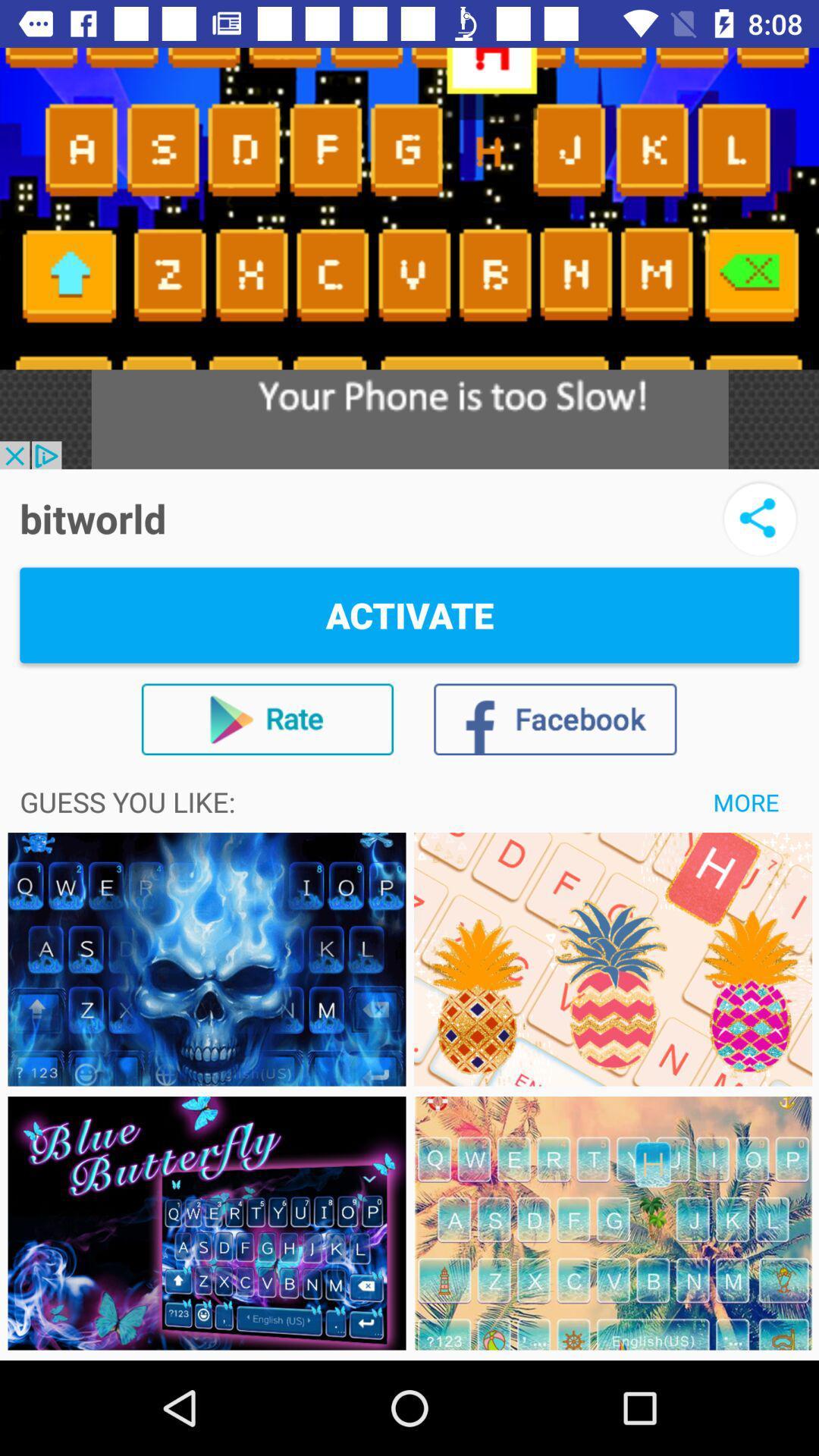 The height and width of the screenshot is (1456, 819). Describe the element at coordinates (760, 518) in the screenshot. I see `the item above the activate` at that location.